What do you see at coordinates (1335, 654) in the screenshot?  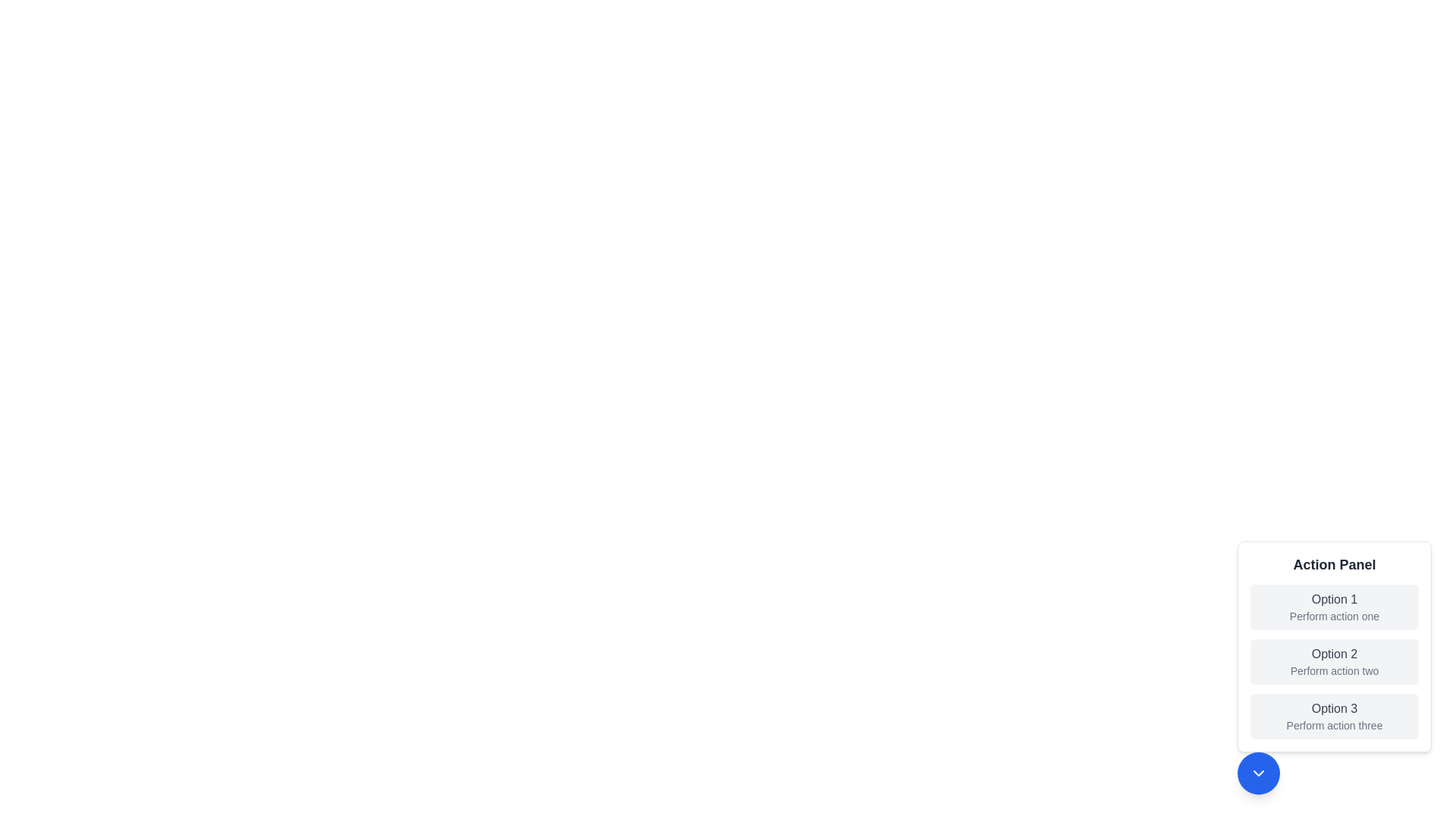 I see `the text label 'Option 2', which is styled with a medium font weight and gray color, located in the vertical list of the 'Action Panel' card` at bounding box center [1335, 654].